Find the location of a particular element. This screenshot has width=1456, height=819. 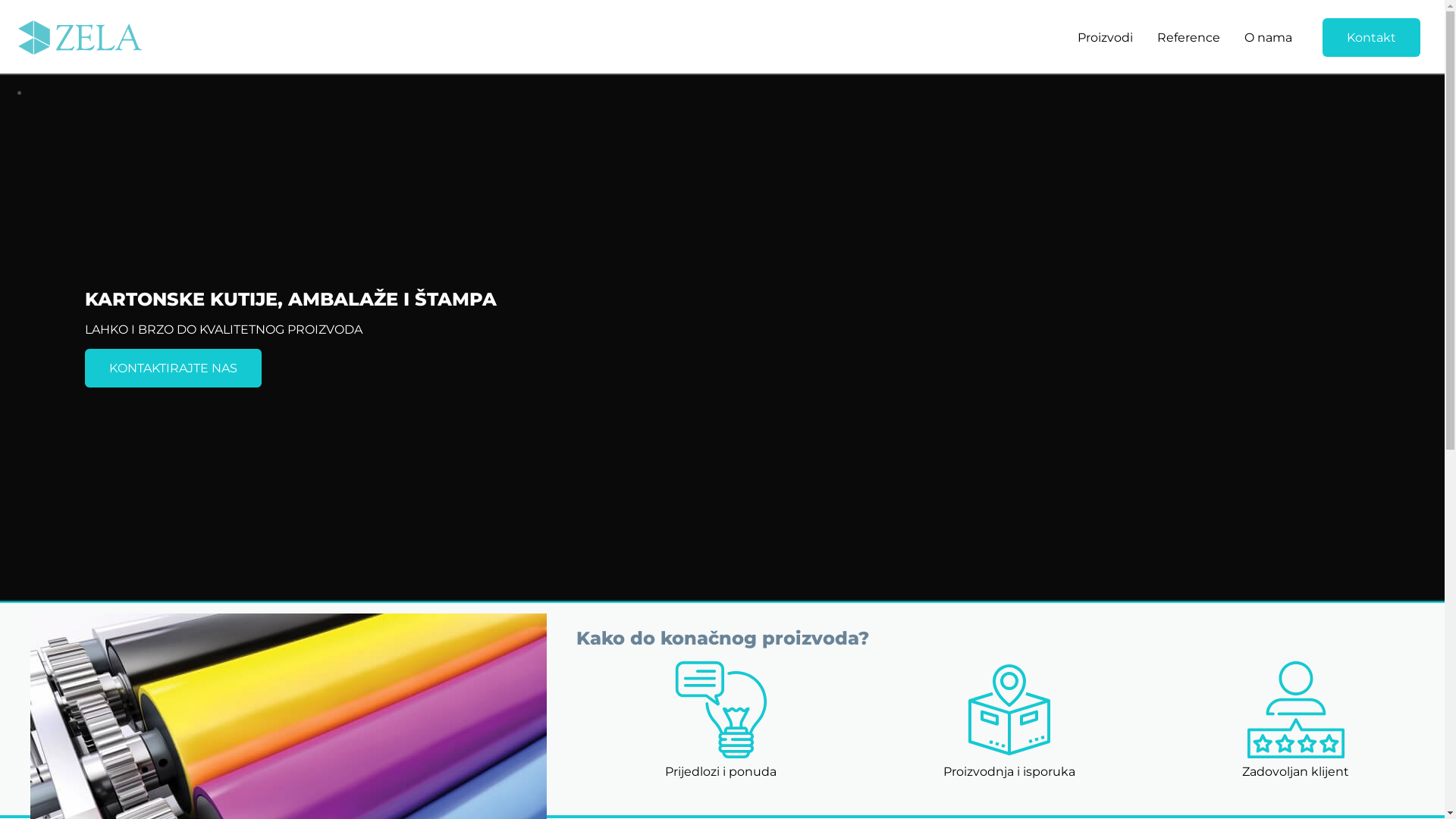

'Reference' is located at coordinates (1188, 36).